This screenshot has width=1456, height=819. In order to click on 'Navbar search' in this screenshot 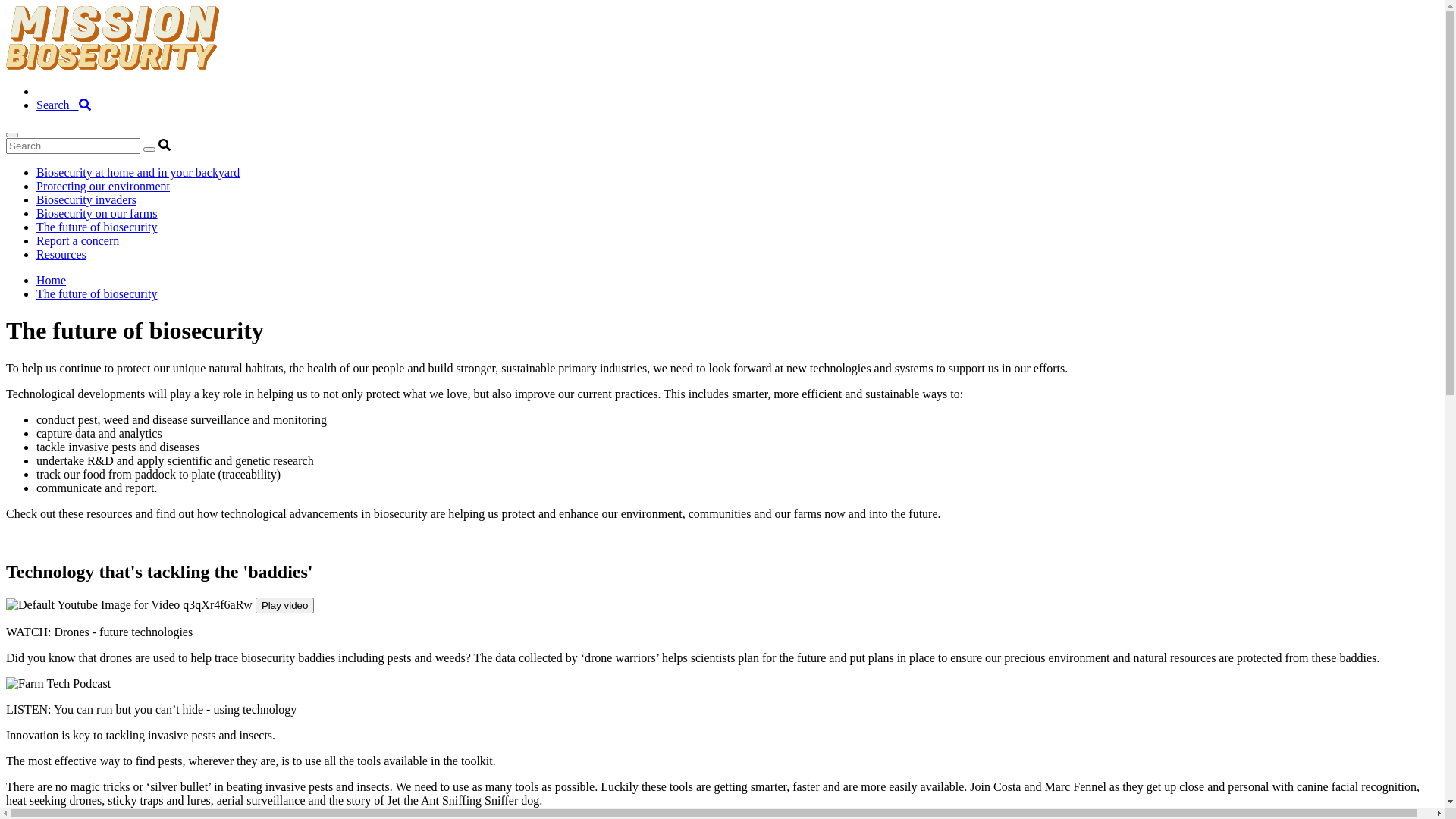, I will do `click(721, 146)`.